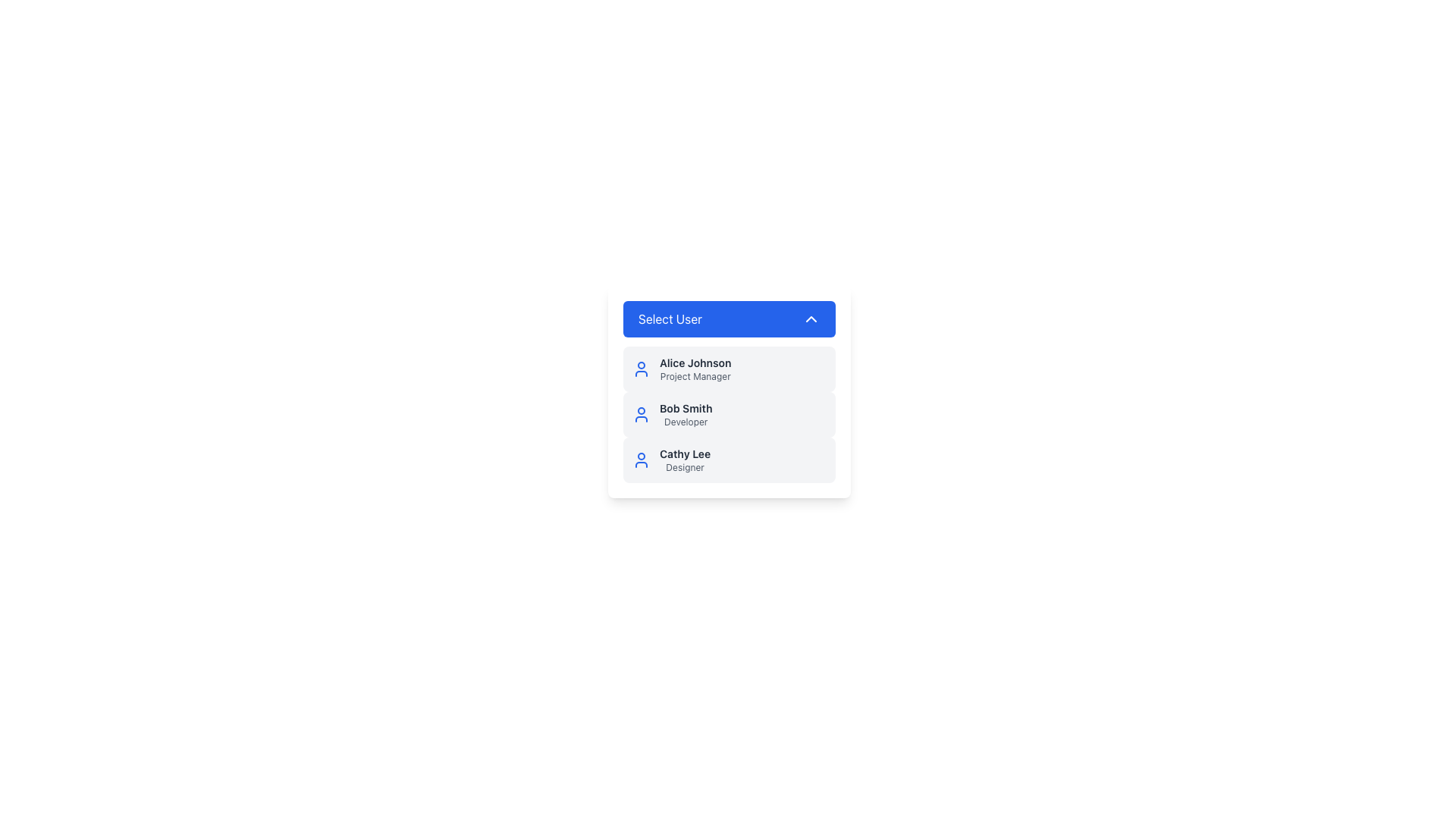  Describe the element at coordinates (729, 415) in the screenshot. I see `the second user profile listing in the vertical list` at that location.